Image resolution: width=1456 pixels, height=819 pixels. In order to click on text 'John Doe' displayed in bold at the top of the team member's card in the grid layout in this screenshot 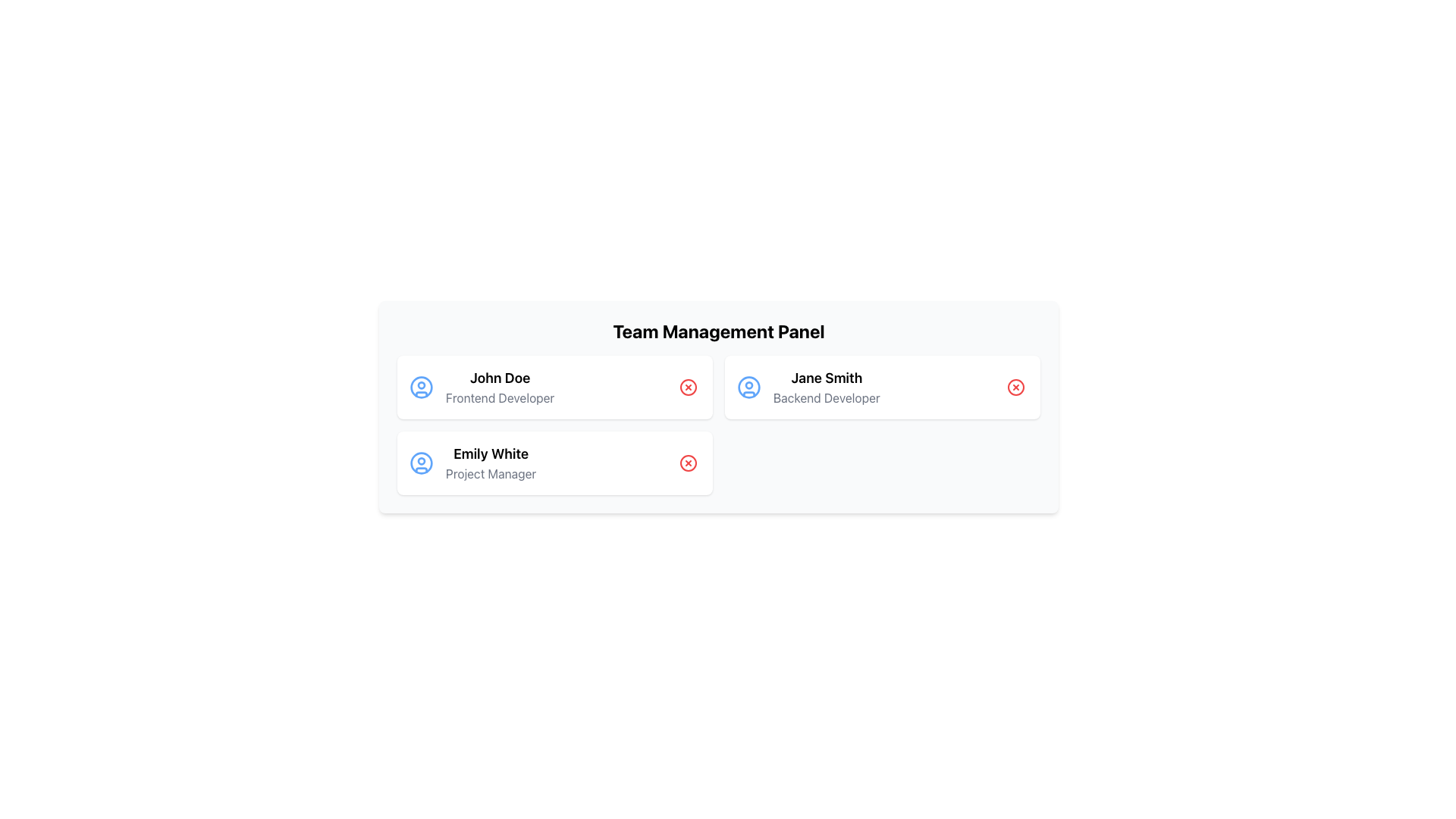, I will do `click(500, 377)`.